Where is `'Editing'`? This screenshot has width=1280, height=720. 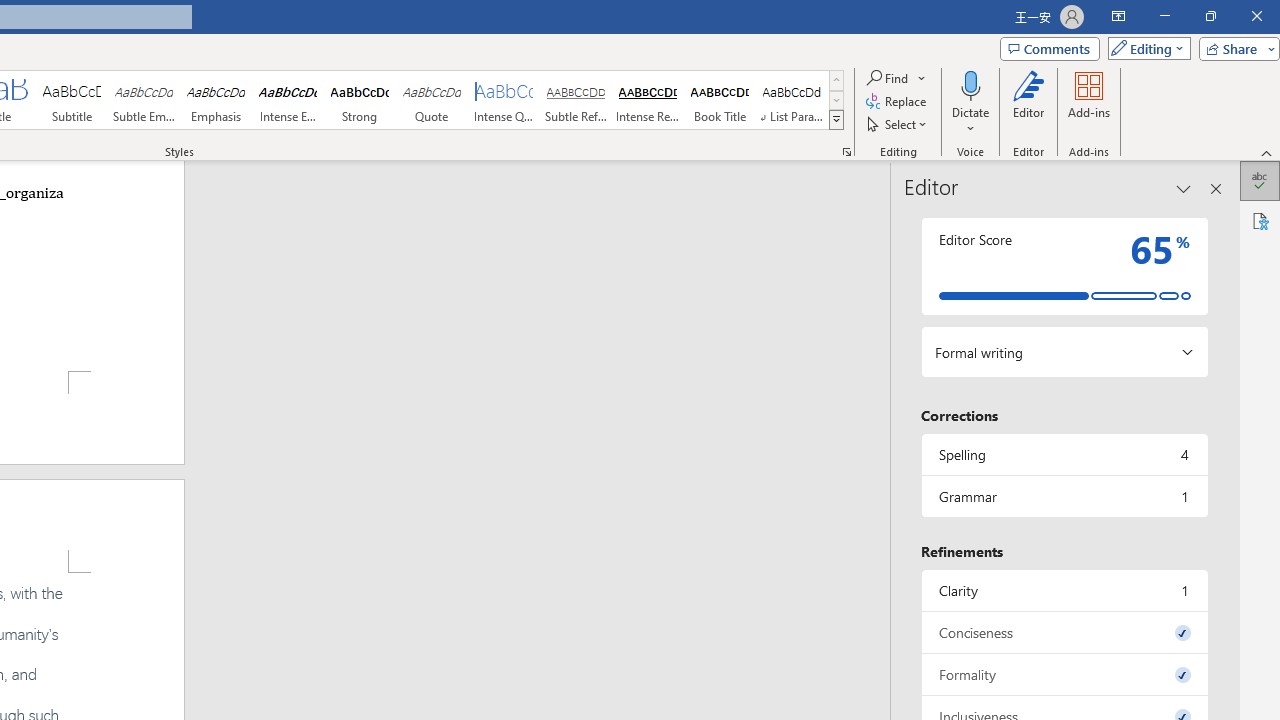 'Editing' is located at coordinates (1144, 47).